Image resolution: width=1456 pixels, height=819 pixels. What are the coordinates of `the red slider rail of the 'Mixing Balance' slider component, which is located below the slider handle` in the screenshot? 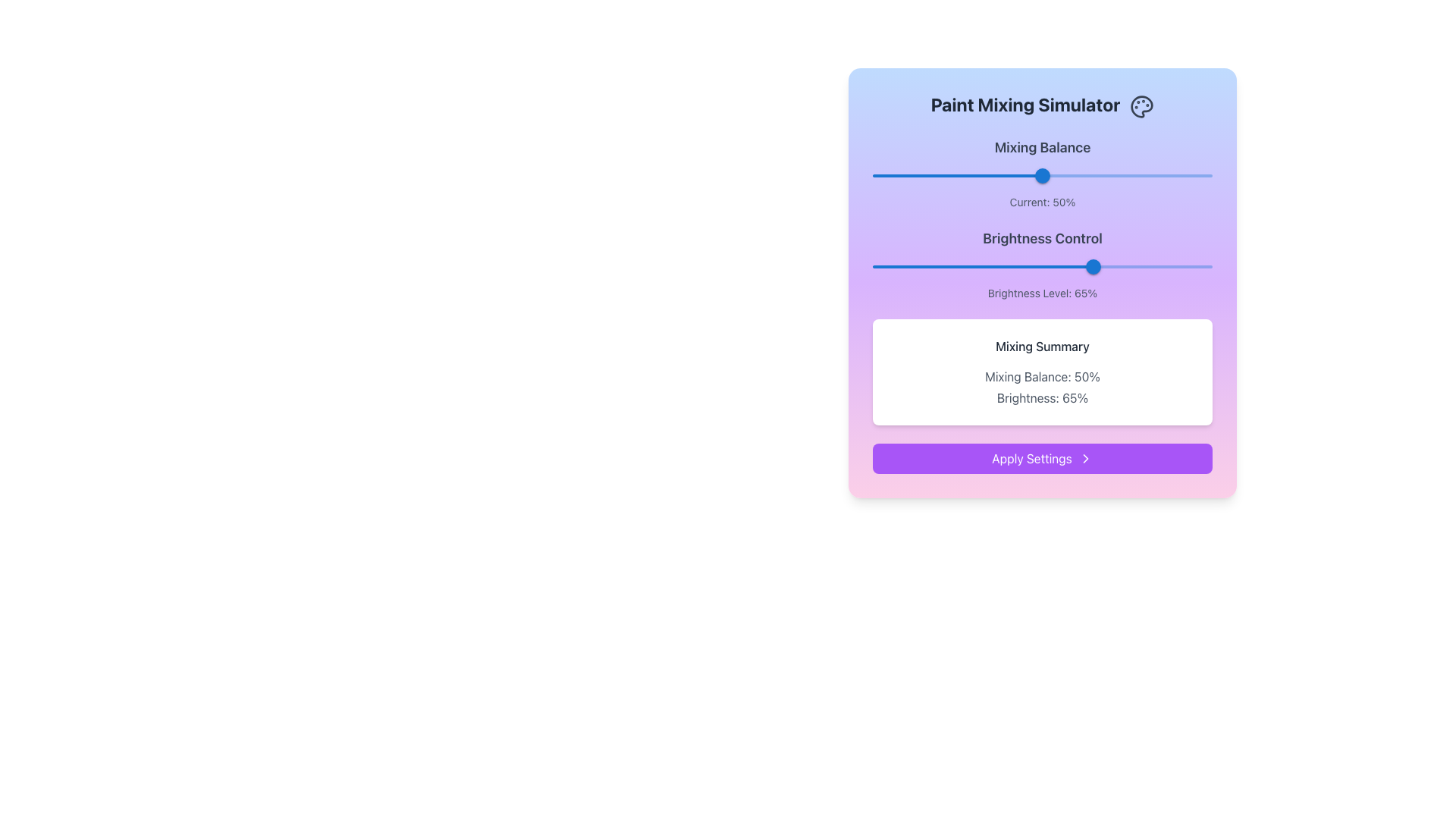 It's located at (1041, 174).